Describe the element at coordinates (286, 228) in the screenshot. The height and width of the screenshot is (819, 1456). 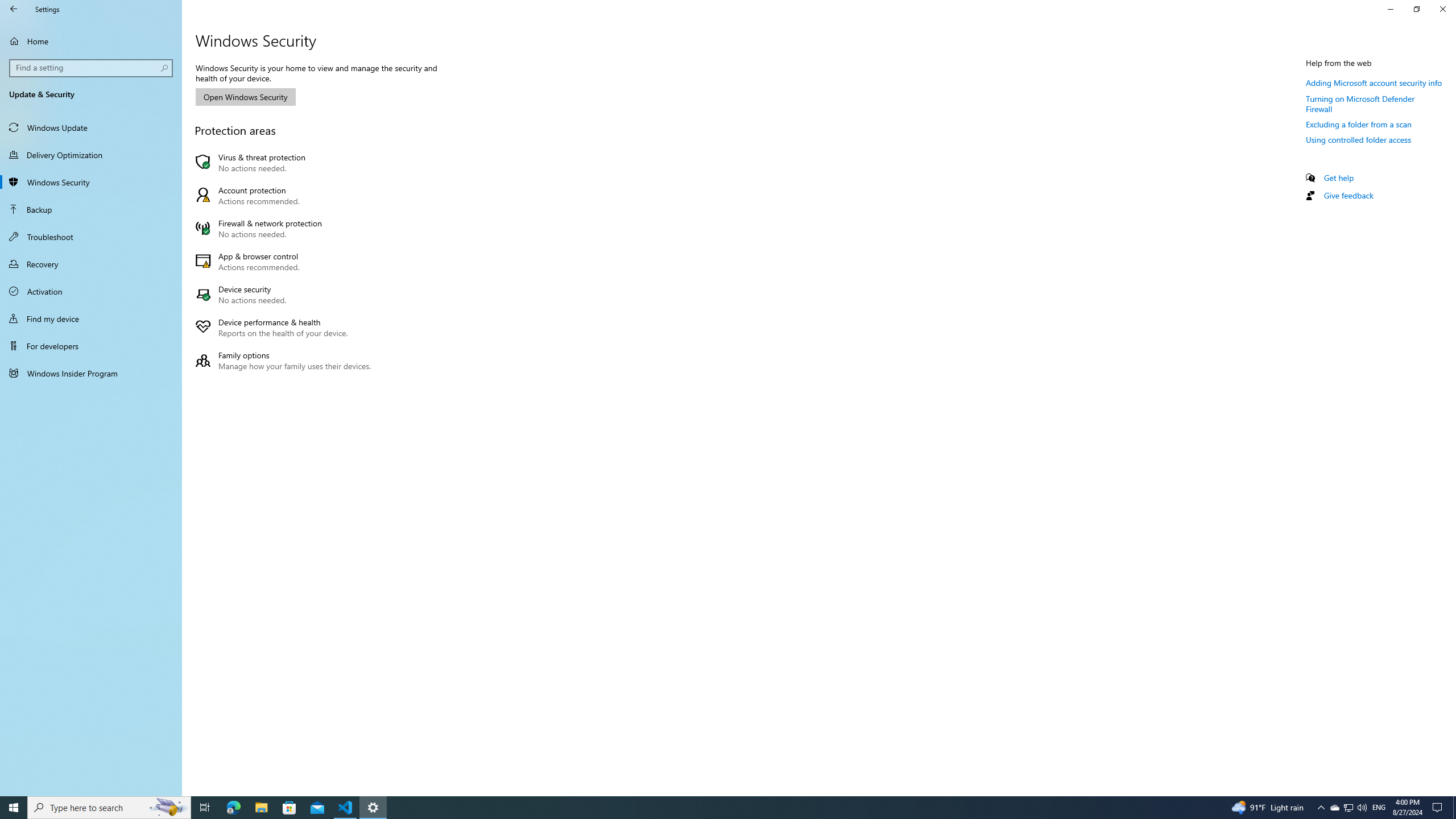
I see `'Firewall & network protection No actions needed.'` at that location.